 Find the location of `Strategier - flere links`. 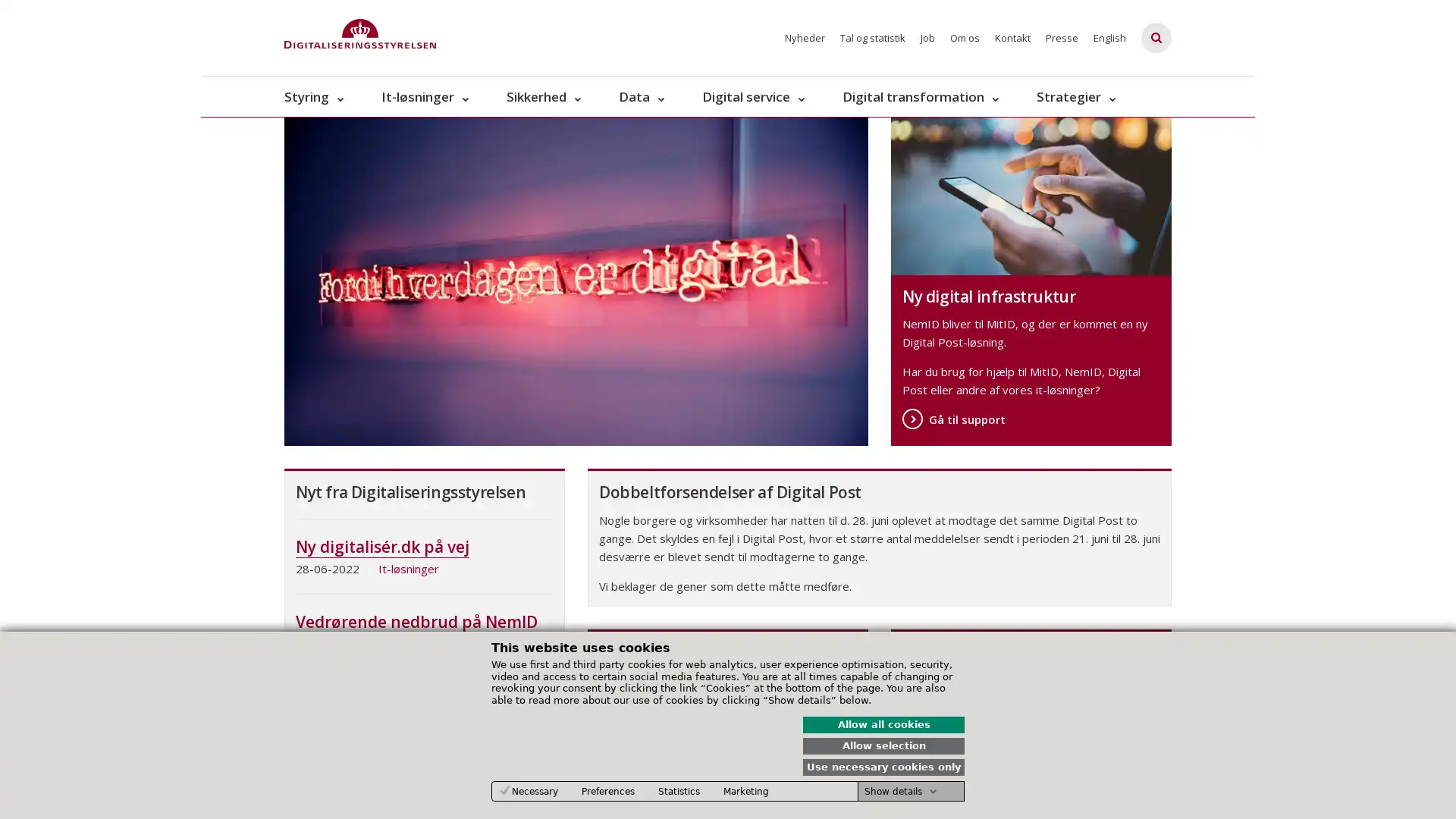

Strategier - flere links is located at coordinates (1112, 97).